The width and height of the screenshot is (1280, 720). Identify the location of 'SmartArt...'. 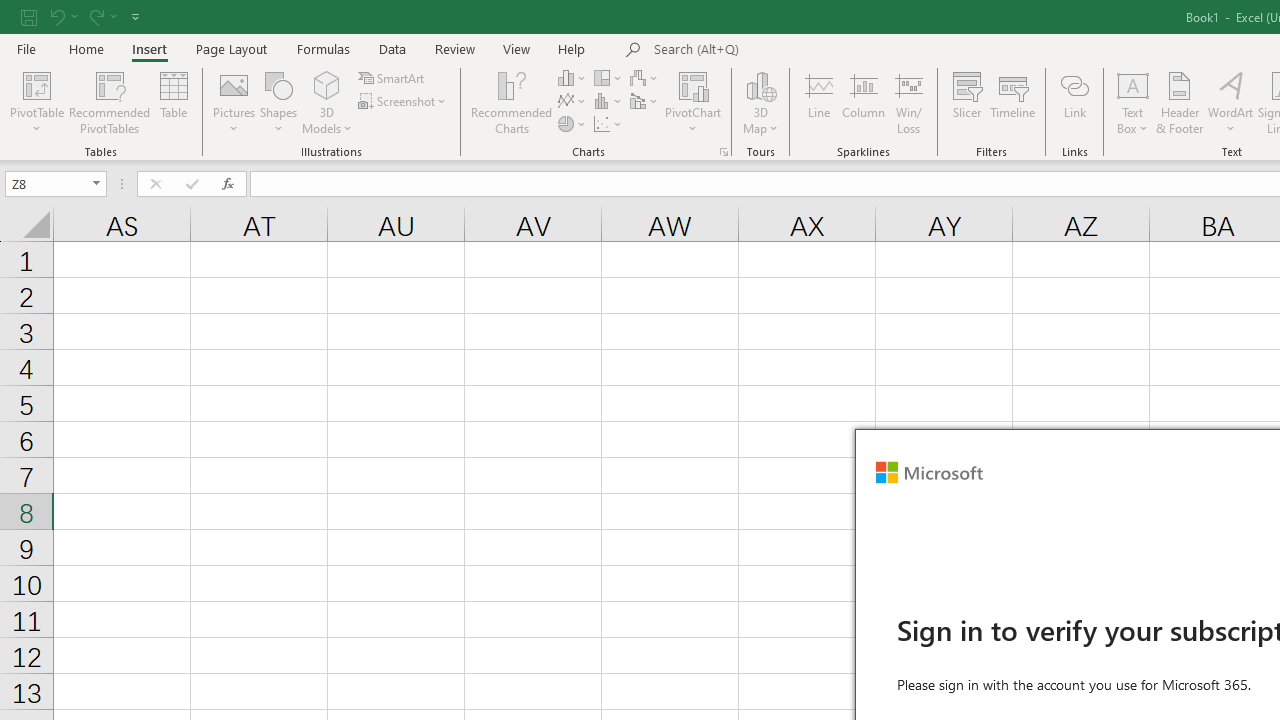
(392, 77).